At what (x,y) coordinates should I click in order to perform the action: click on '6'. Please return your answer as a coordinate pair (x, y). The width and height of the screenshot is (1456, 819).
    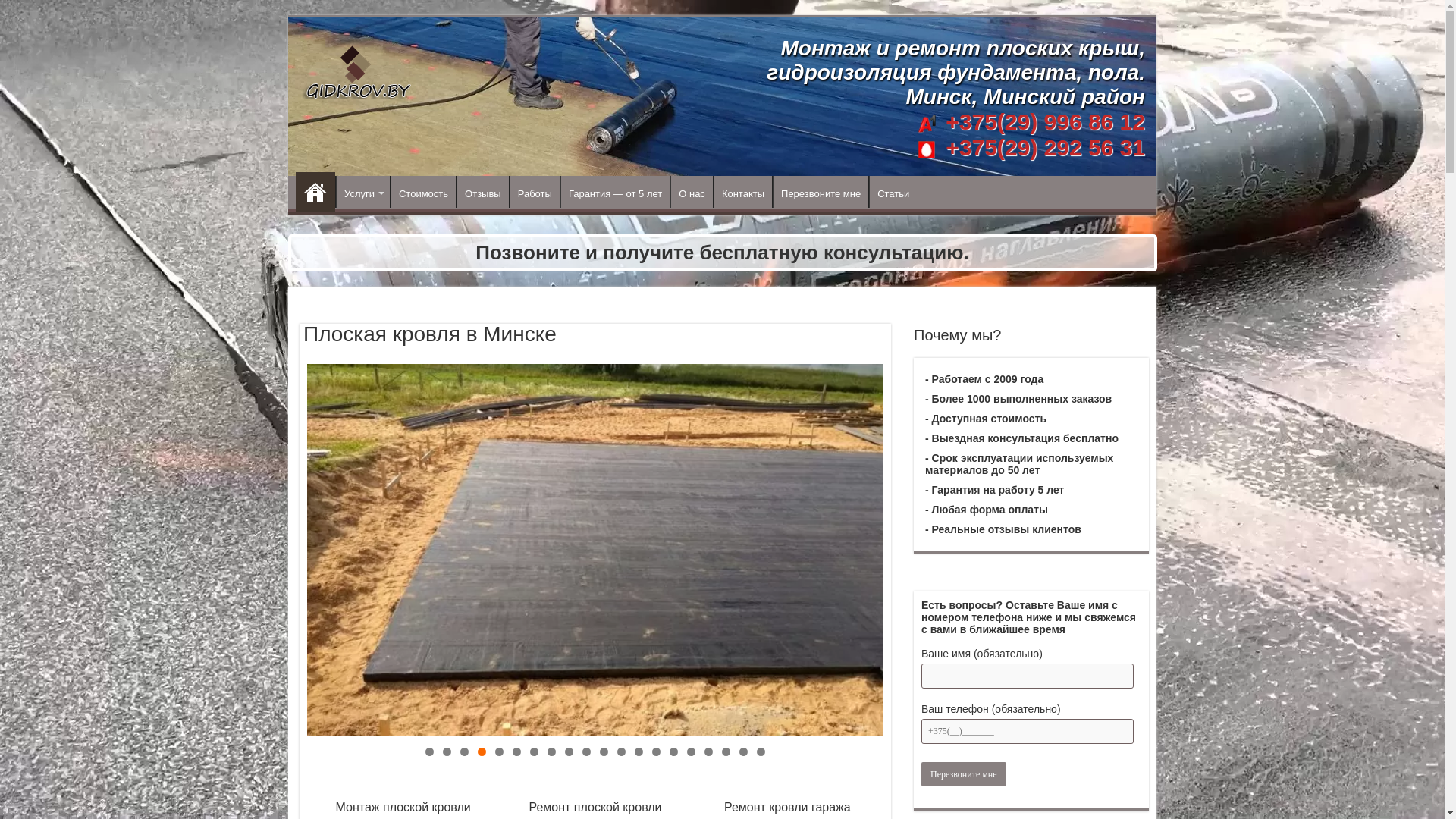
    Looking at the image, I should click on (516, 752).